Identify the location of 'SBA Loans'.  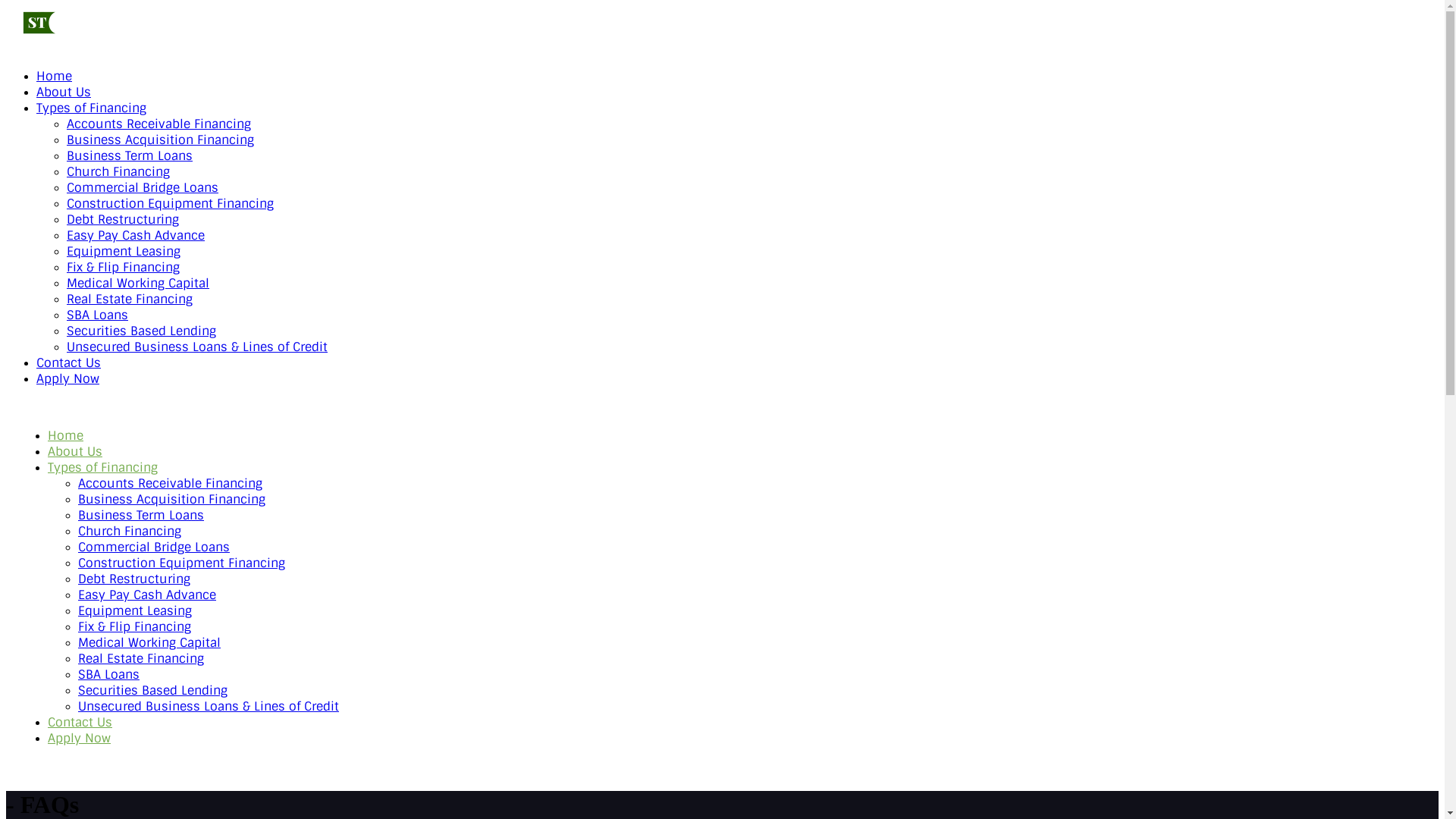
(65, 314).